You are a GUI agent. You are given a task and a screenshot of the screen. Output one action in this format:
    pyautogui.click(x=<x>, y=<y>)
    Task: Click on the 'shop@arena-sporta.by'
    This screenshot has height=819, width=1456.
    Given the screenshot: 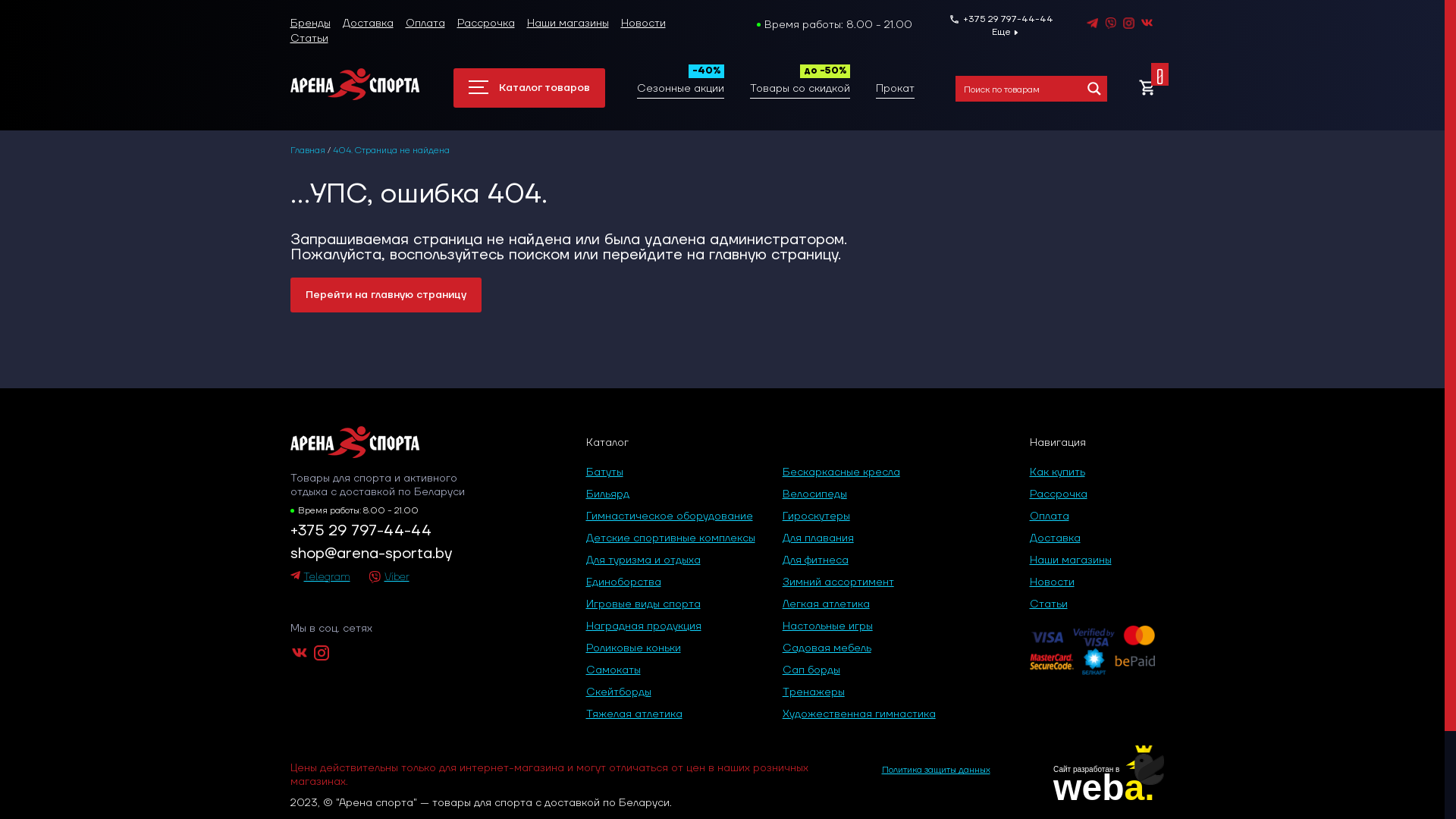 What is the action you would take?
    pyautogui.click(x=389, y=553)
    